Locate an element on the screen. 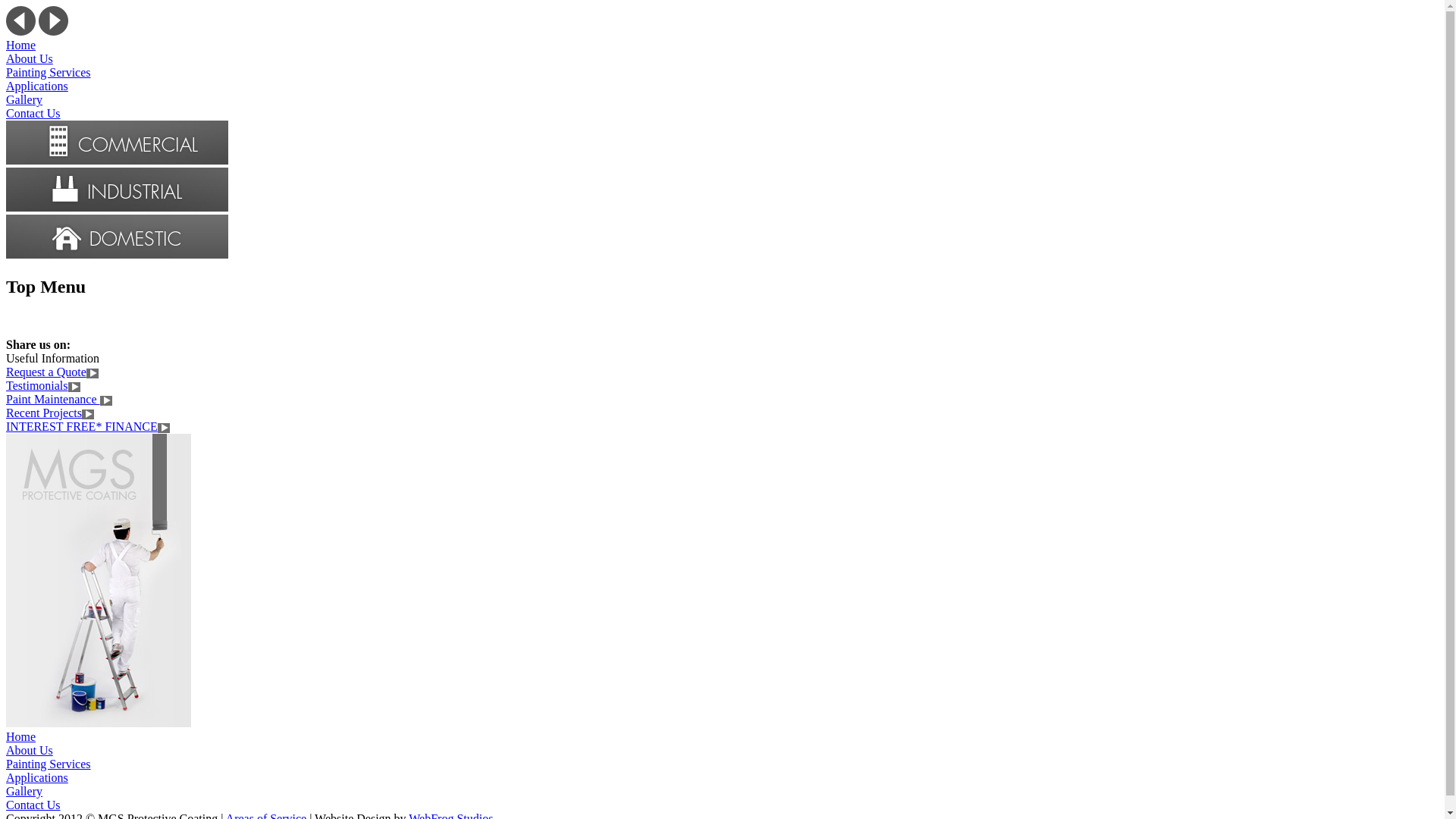  'Contact Us' is located at coordinates (6, 112).